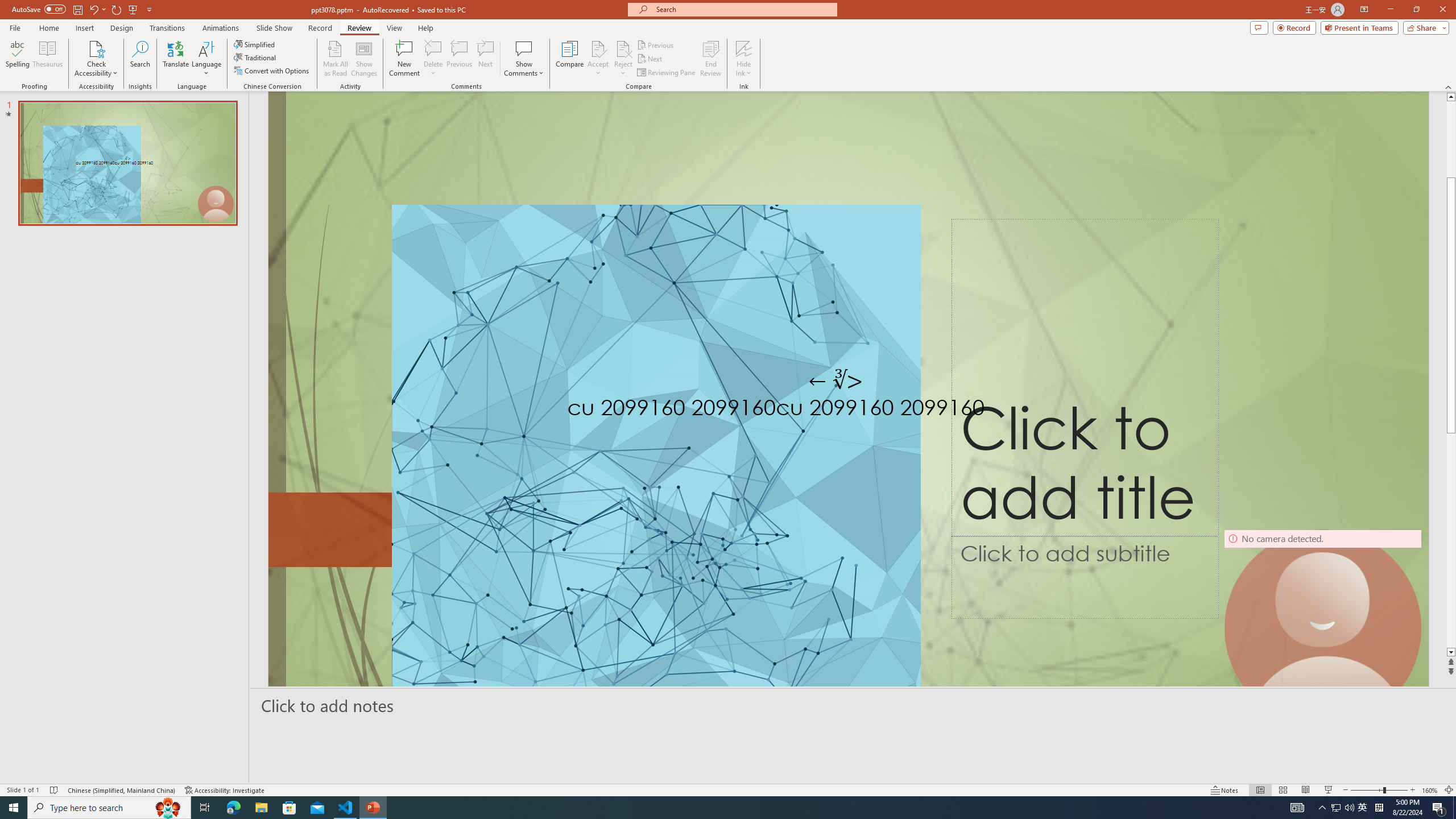 The height and width of the screenshot is (819, 1456). I want to click on 'Check Accessibility', so click(95, 59).